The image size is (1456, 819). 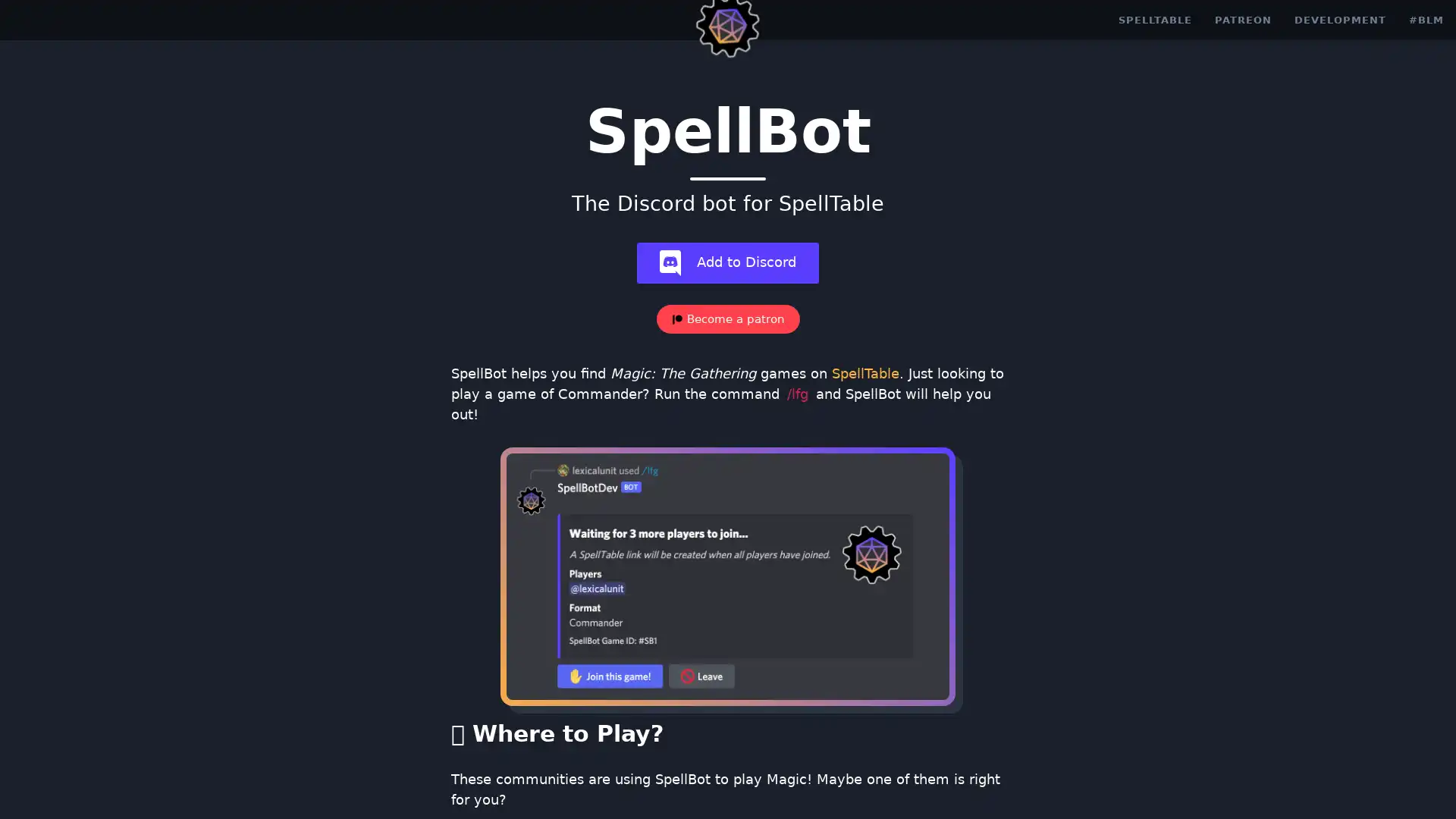 I want to click on add-bot Add to Discord, so click(x=728, y=262).